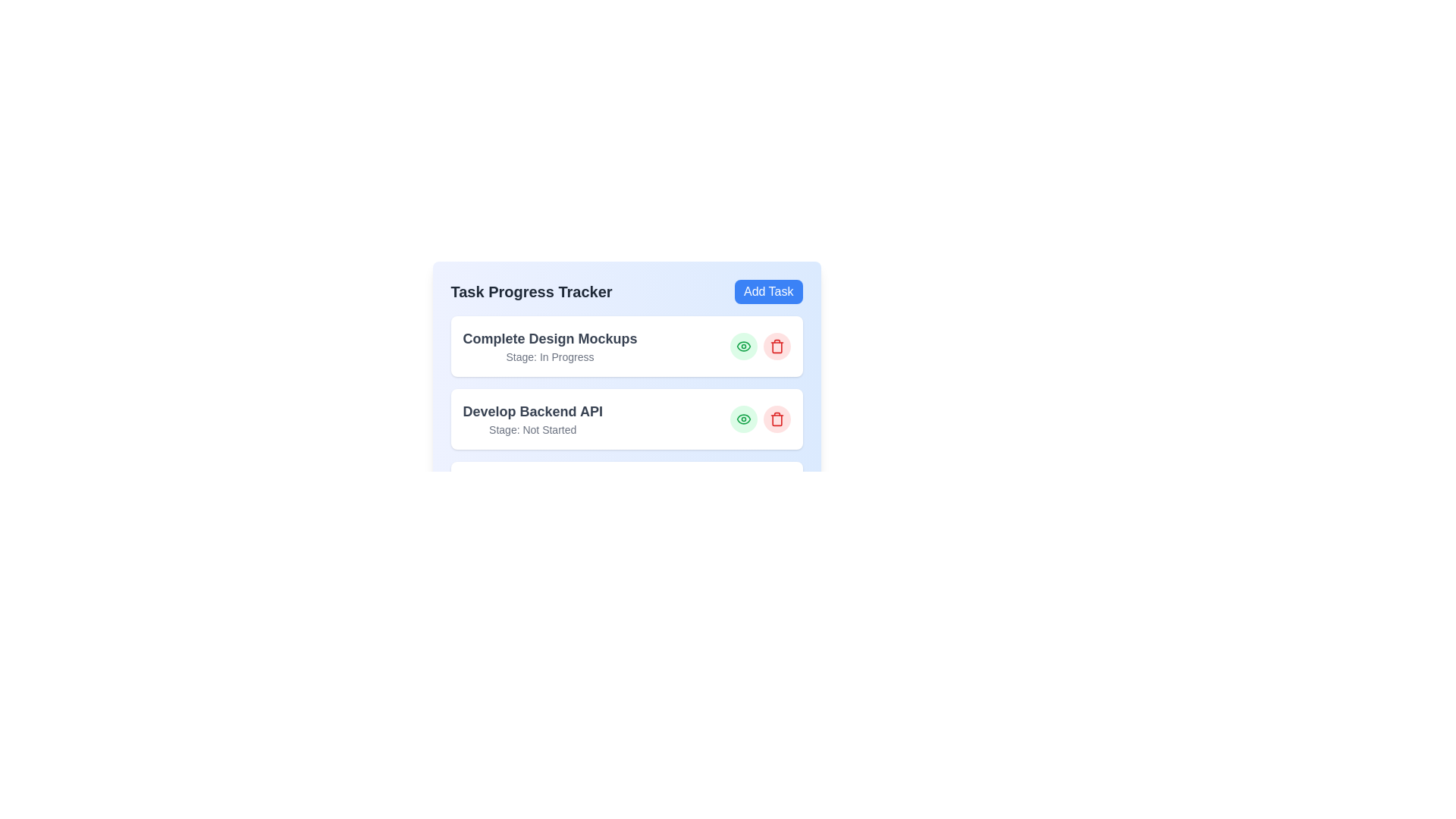  I want to click on the 'Trash' button for the task Develop Backend API, so click(777, 419).